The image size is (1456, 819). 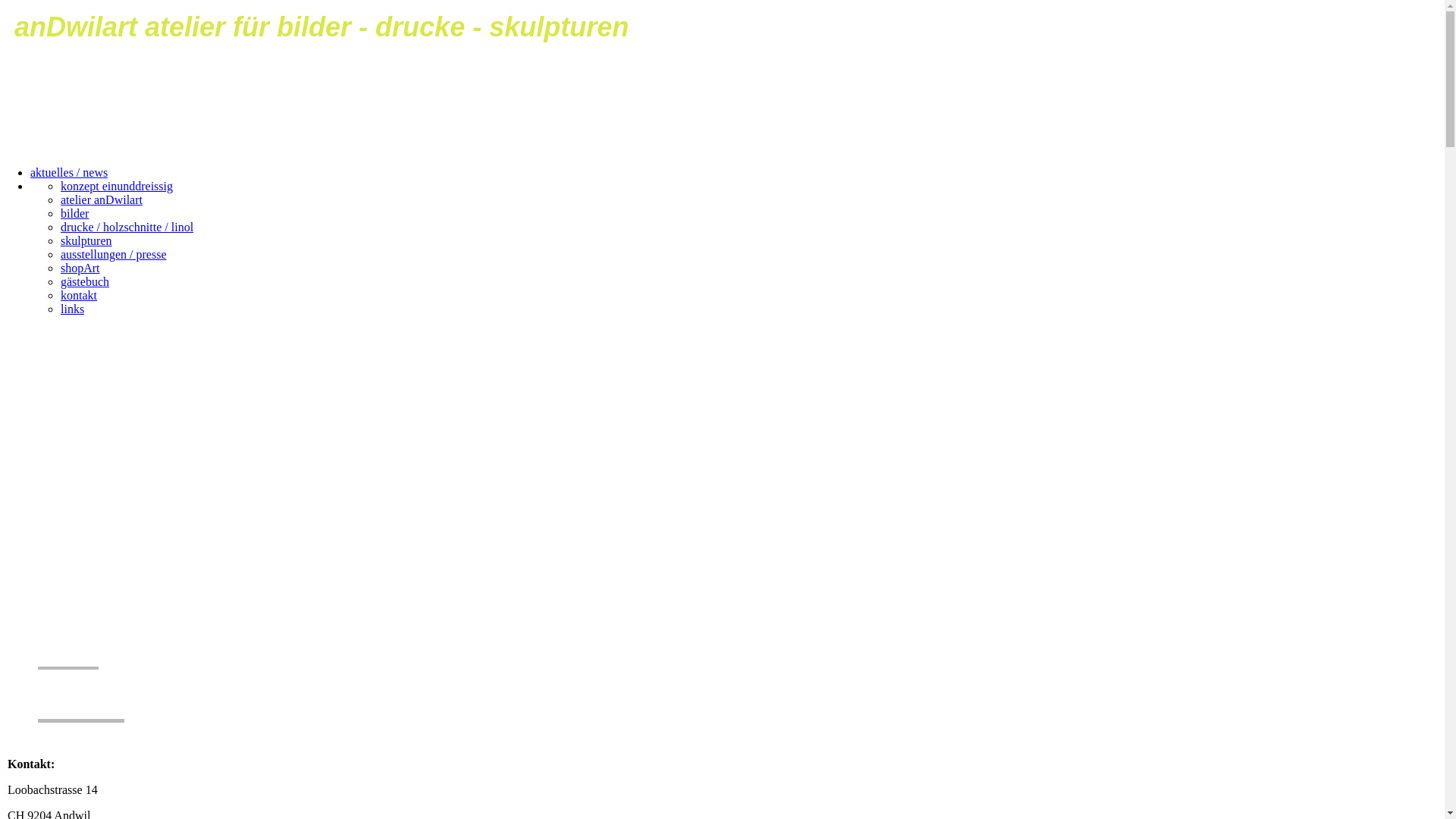 I want to click on 'aktuelles / news', so click(x=68, y=171).